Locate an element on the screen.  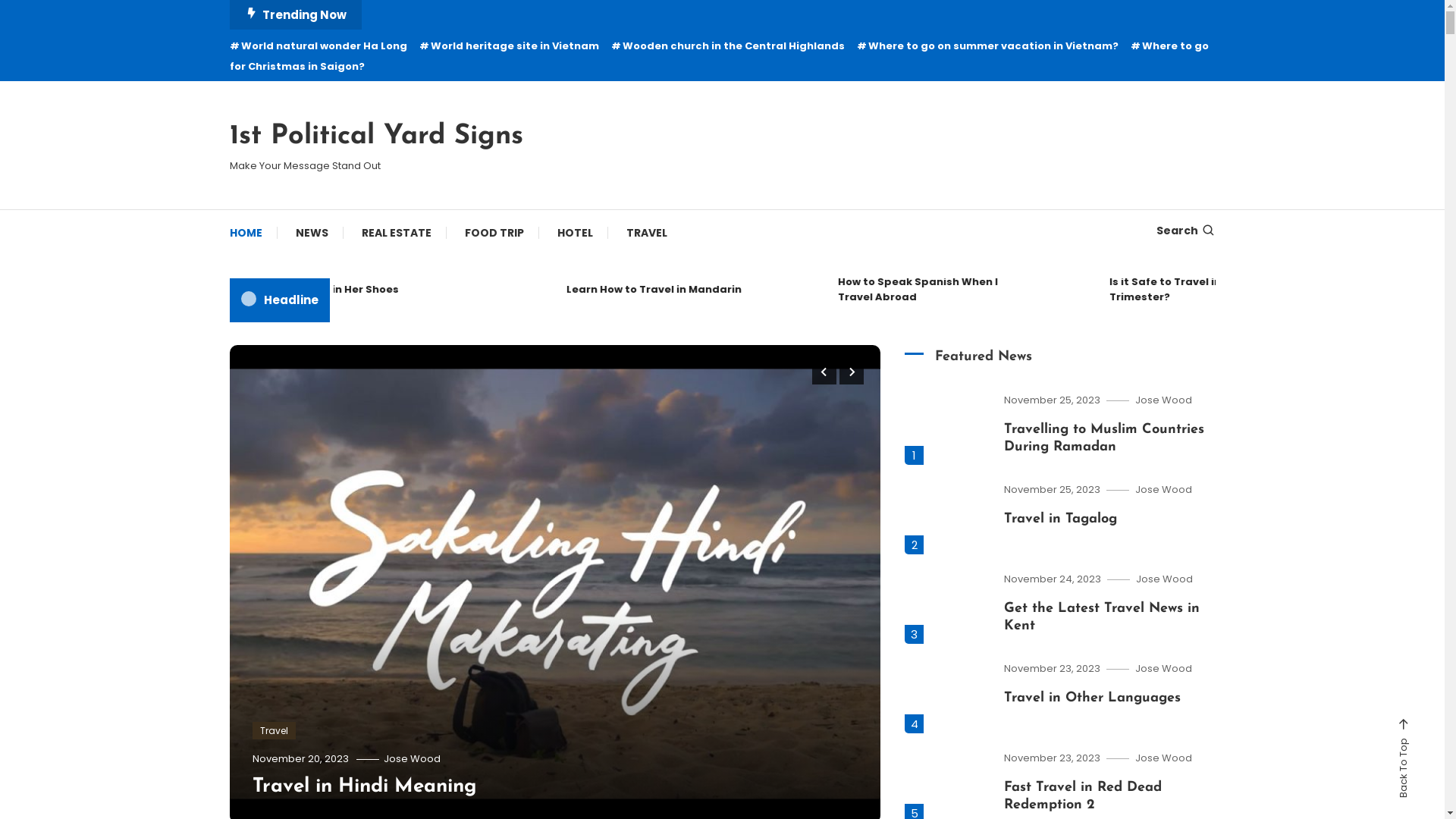
'REAL ESTATE' is located at coordinates (345, 233).